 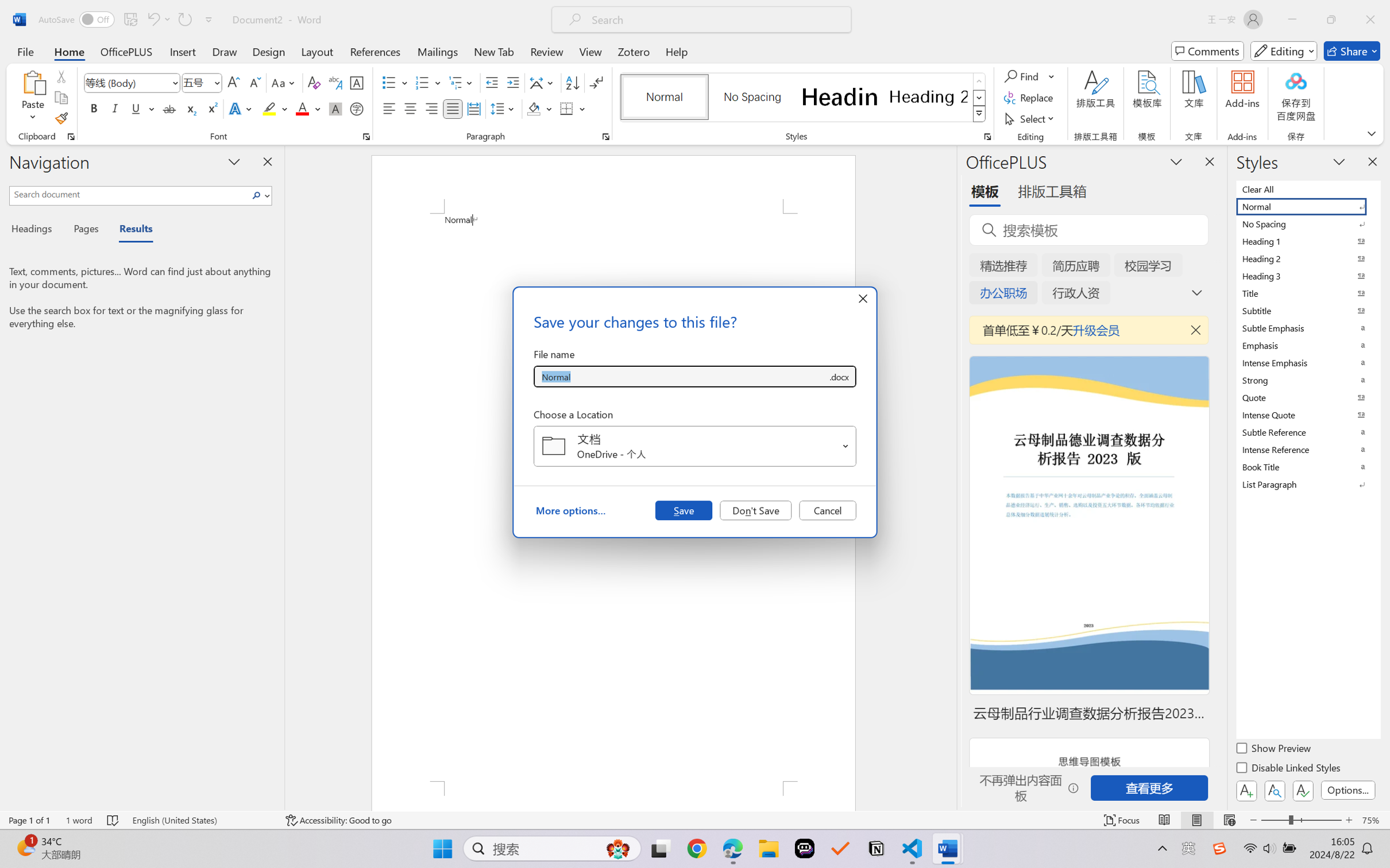 I want to click on 'Distributed', so click(x=473, y=108).